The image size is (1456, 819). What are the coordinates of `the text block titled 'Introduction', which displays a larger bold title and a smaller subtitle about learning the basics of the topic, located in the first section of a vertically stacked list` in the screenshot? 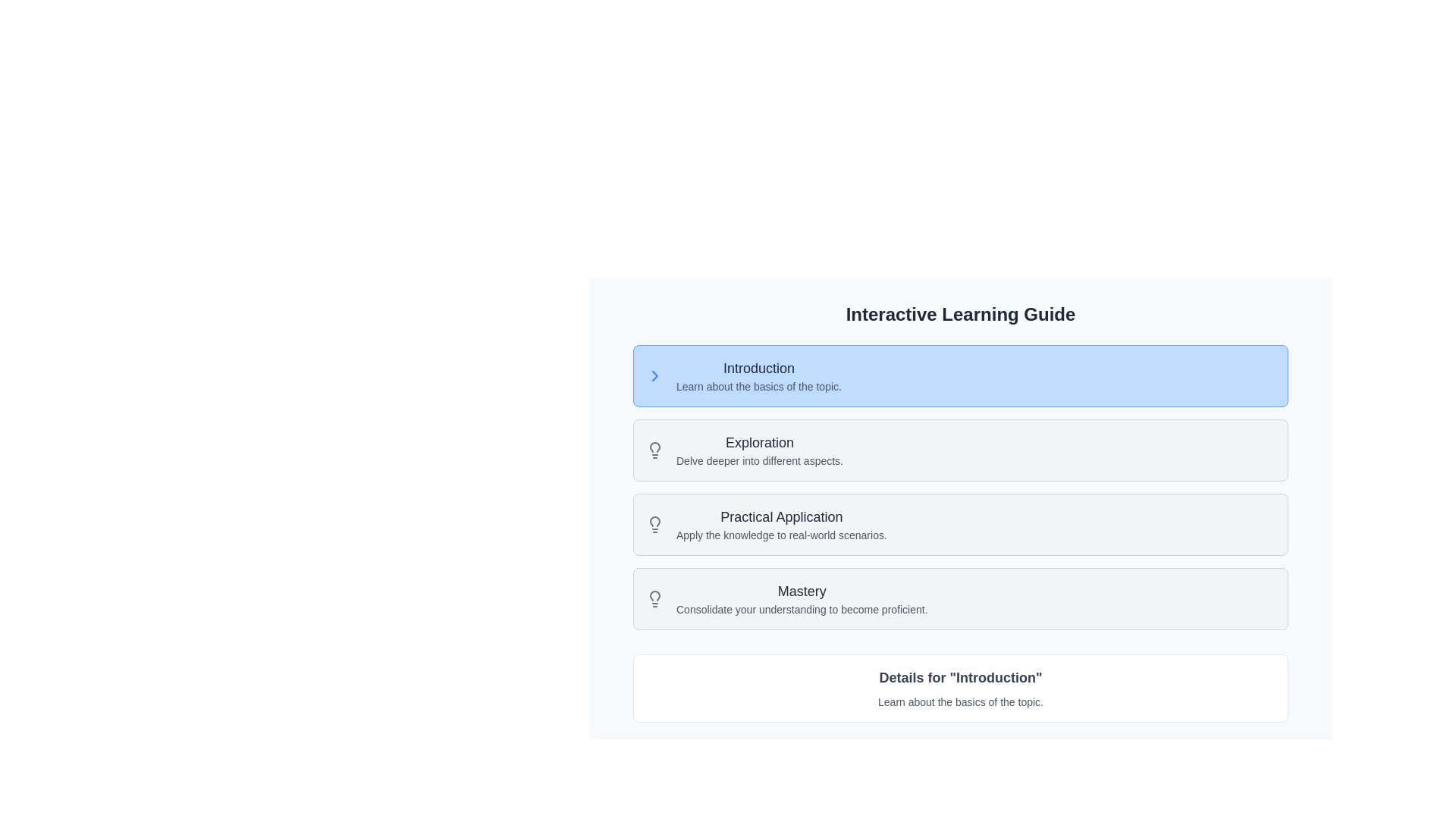 It's located at (758, 375).